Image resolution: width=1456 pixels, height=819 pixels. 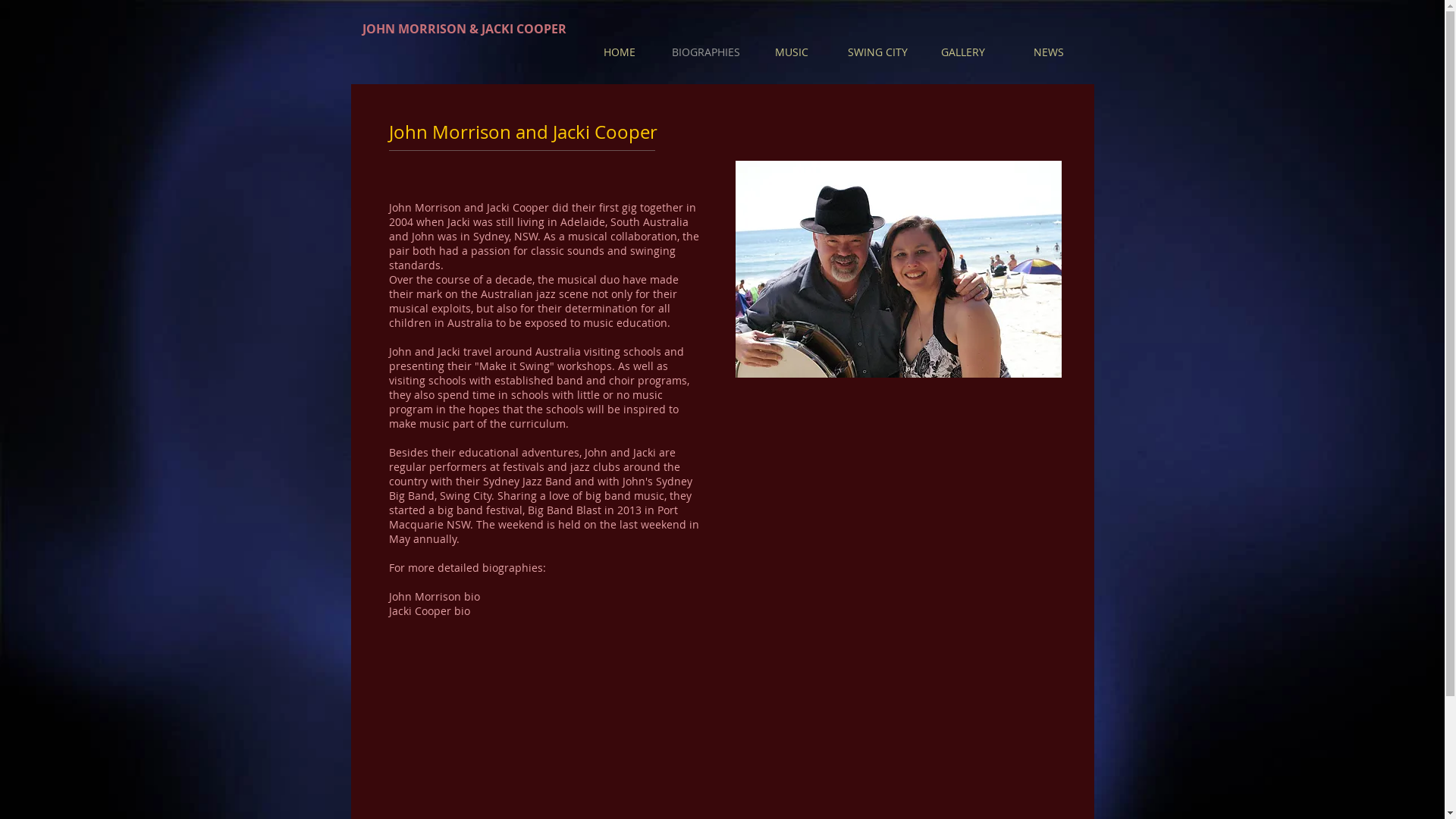 What do you see at coordinates (619, 51) in the screenshot?
I see `'HOME'` at bounding box center [619, 51].